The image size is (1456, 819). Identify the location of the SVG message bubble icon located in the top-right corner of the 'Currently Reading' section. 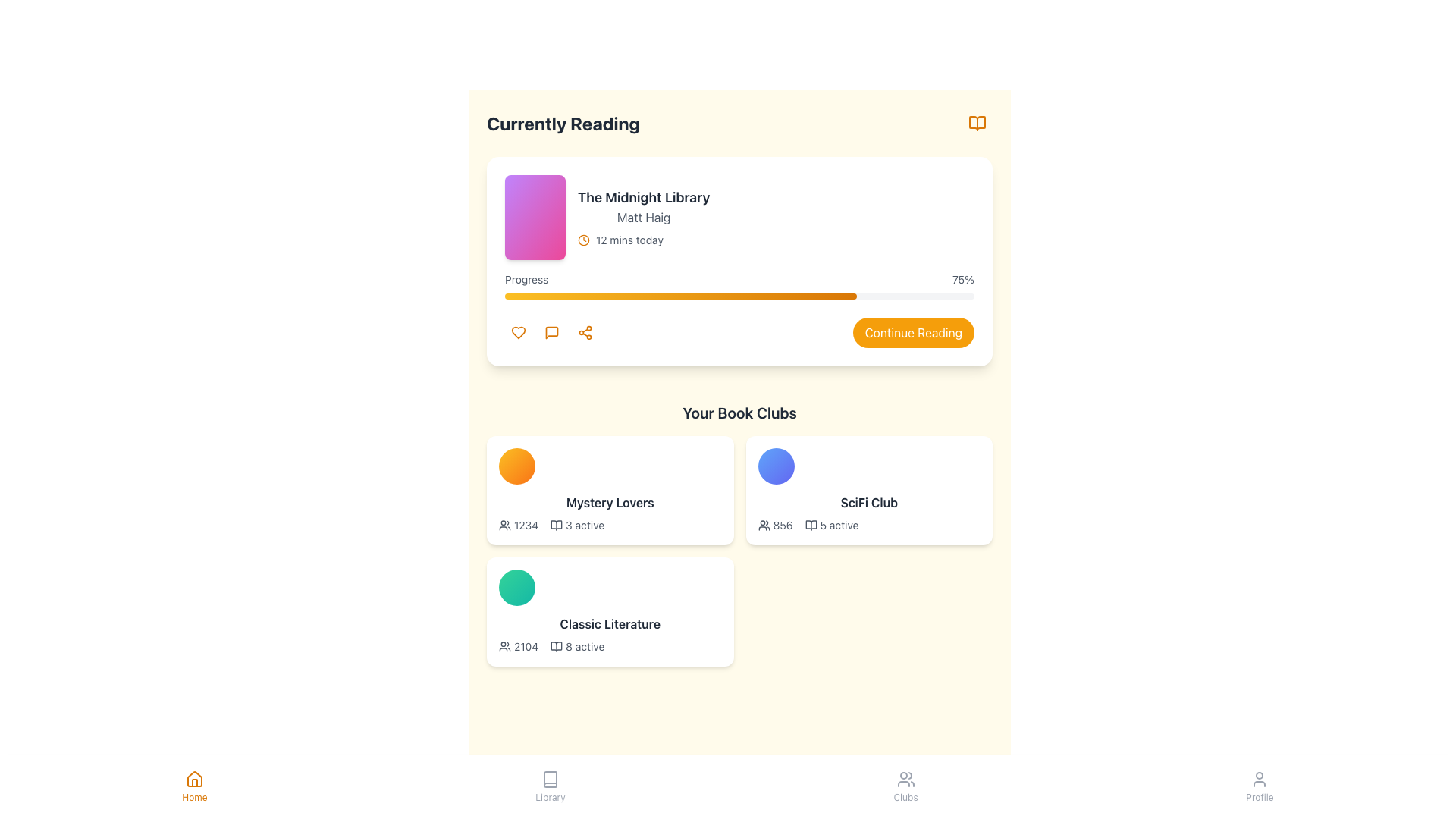
(551, 332).